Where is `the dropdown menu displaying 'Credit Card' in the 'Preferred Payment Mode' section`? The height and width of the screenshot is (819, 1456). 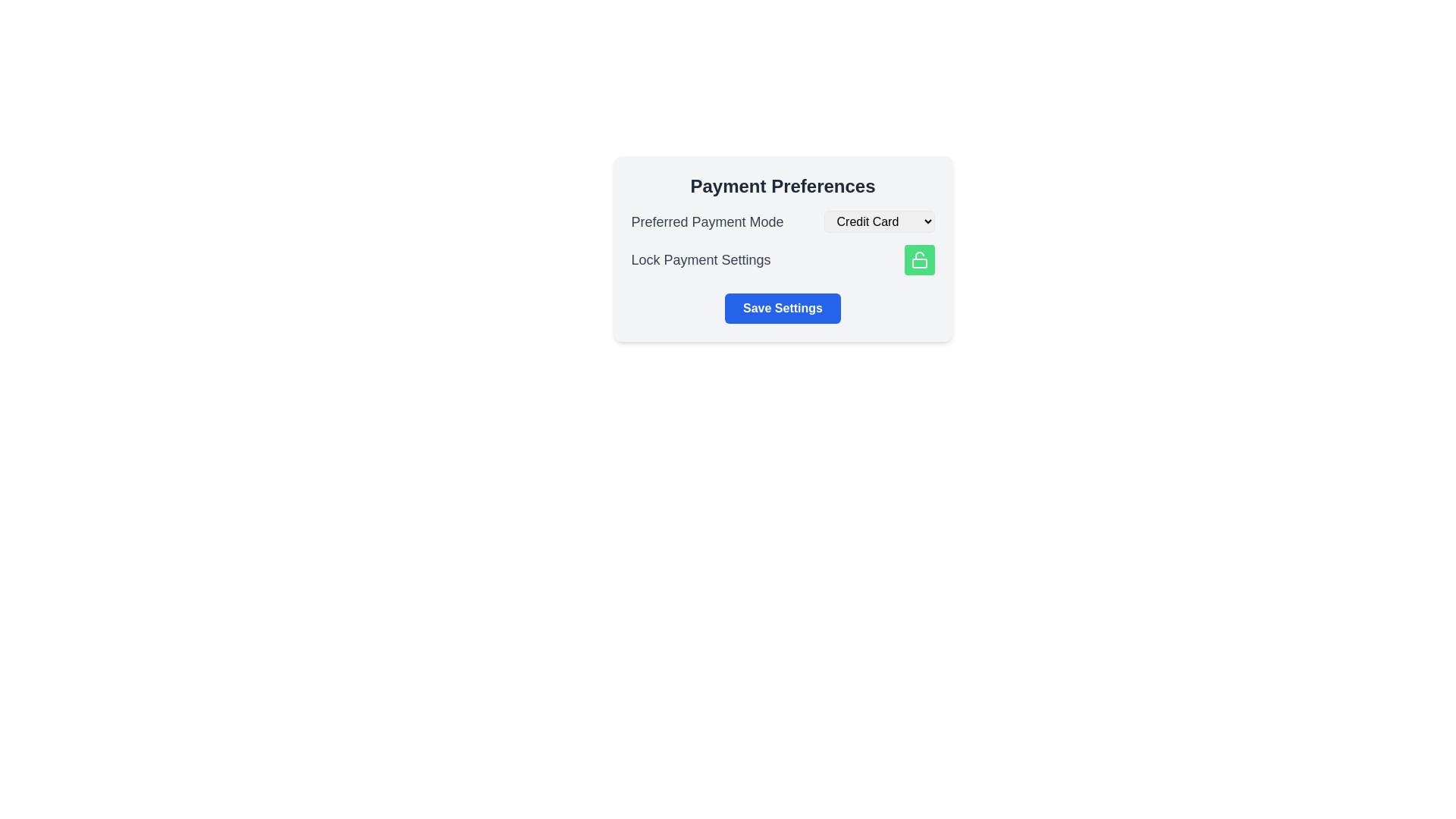 the dropdown menu displaying 'Credit Card' in the 'Preferred Payment Mode' section is located at coordinates (879, 221).